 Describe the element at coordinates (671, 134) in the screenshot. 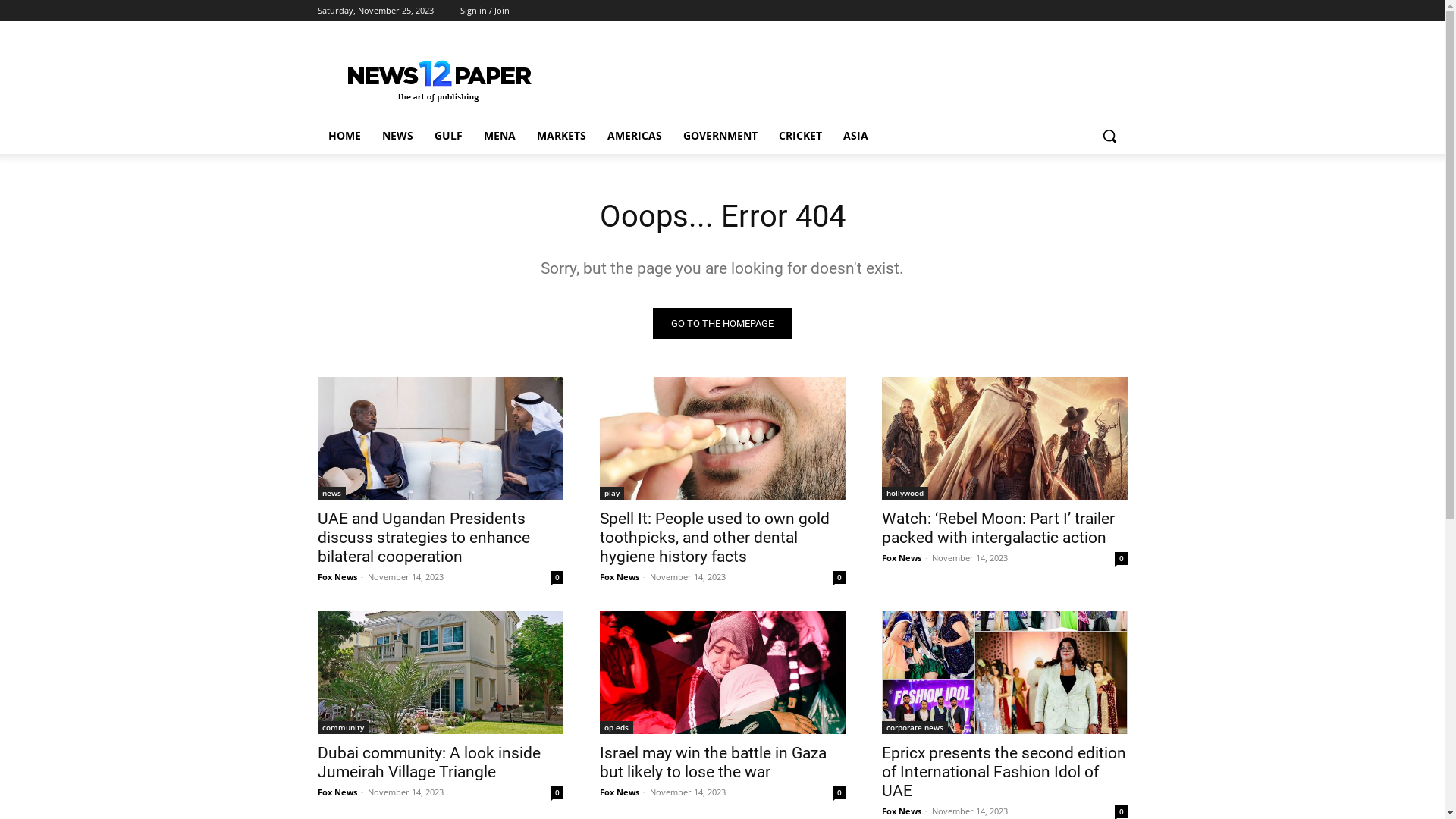

I see `'GOVERNMENT'` at that location.